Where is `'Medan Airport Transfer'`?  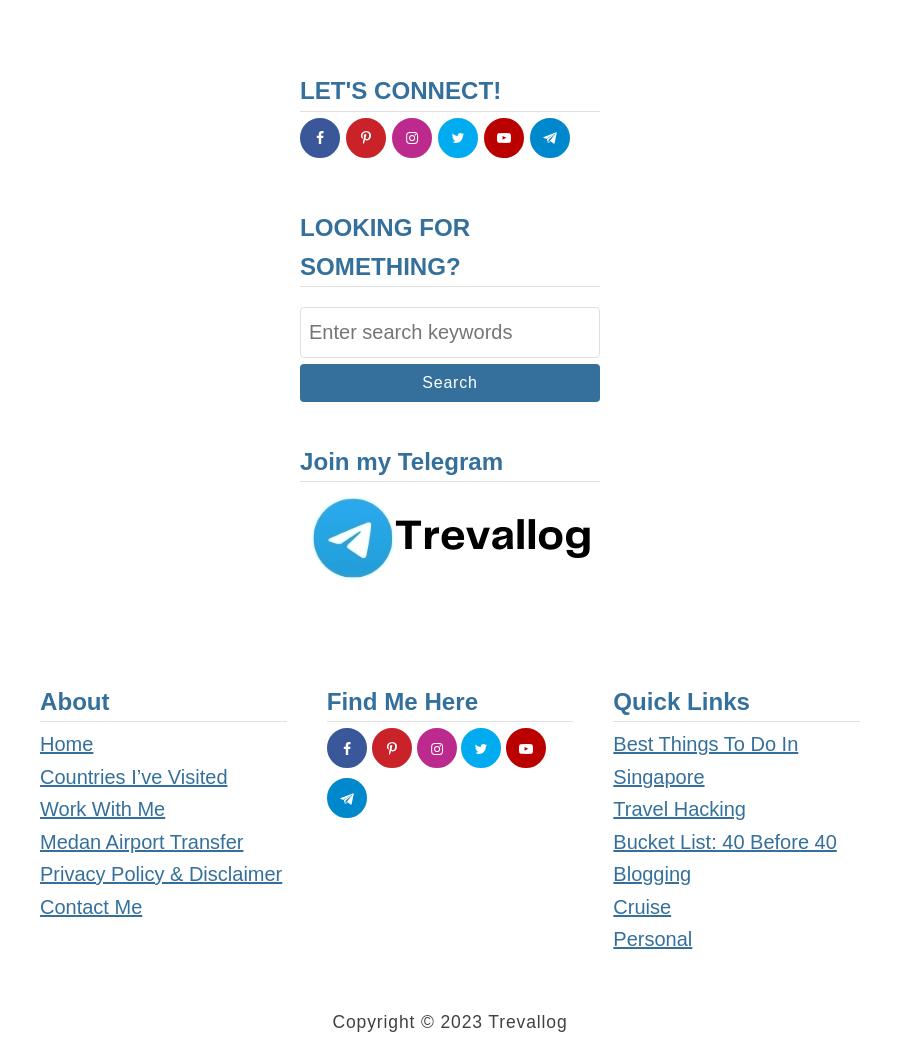
'Medan Airport Transfer' is located at coordinates (141, 839).